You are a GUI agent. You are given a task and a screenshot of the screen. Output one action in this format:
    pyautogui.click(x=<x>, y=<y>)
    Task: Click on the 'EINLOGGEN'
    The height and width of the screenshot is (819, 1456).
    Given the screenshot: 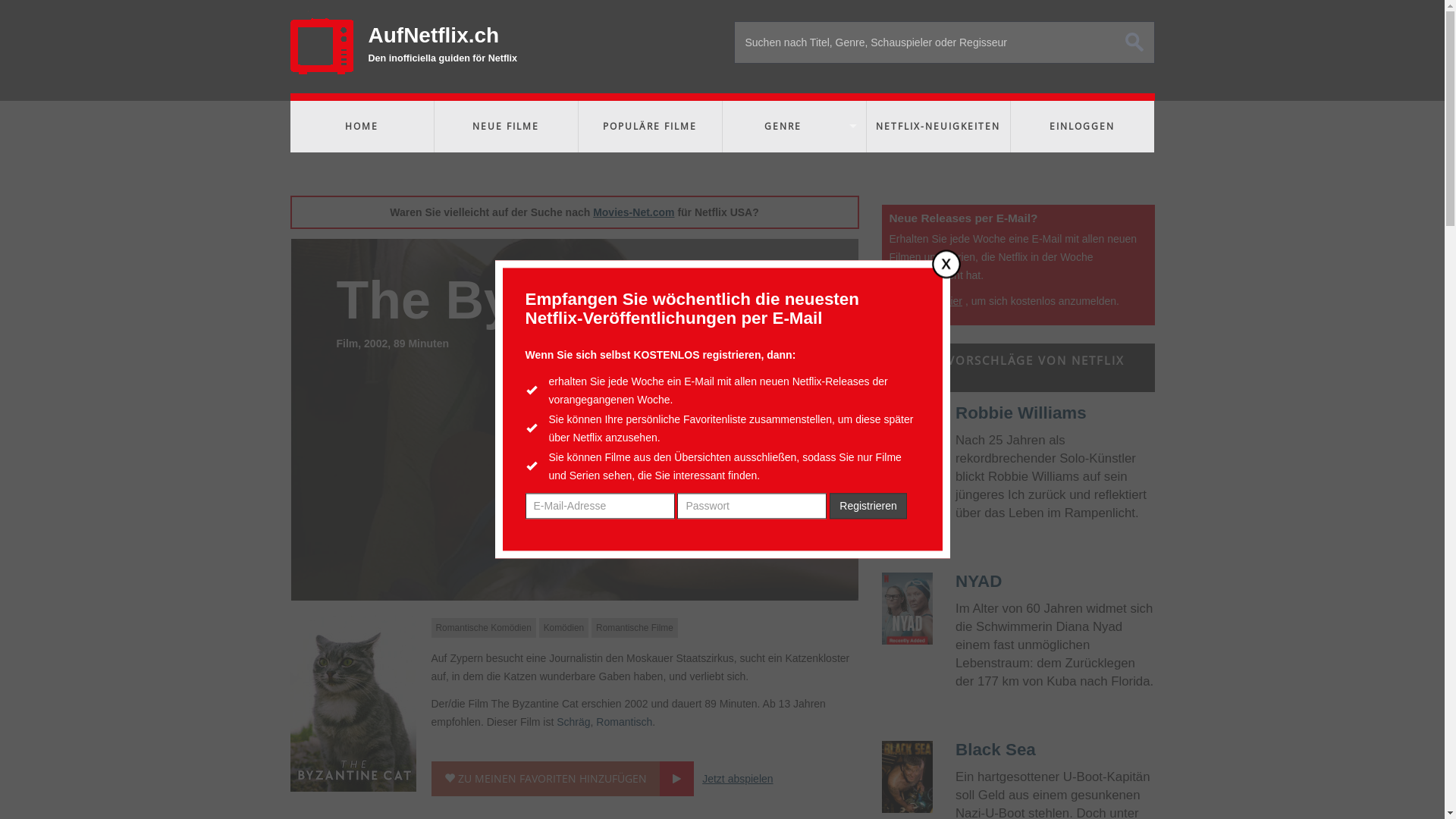 What is the action you would take?
    pyautogui.click(x=1081, y=125)
    